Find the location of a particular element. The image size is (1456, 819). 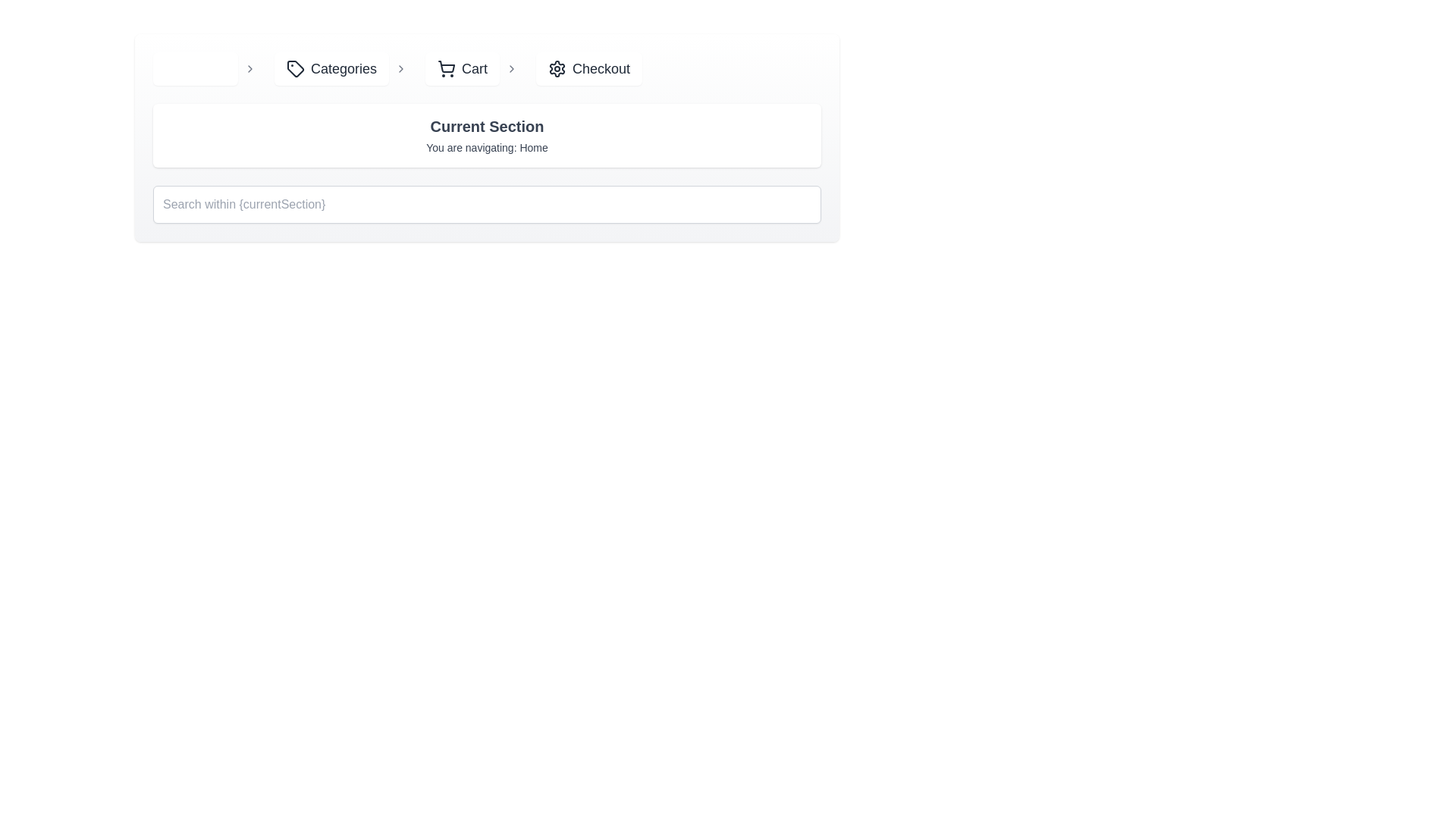

the tag-shaped icon located at the far-left side of the 'Categories' button, just before the word 'Categories' is located at coordinates (295, 69).